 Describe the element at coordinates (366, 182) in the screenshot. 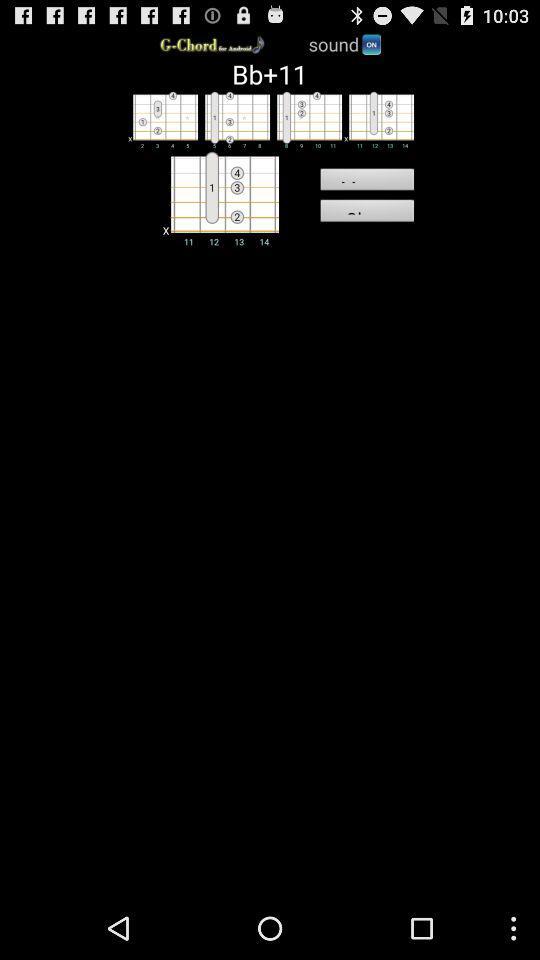

I see `the memo` at that location.